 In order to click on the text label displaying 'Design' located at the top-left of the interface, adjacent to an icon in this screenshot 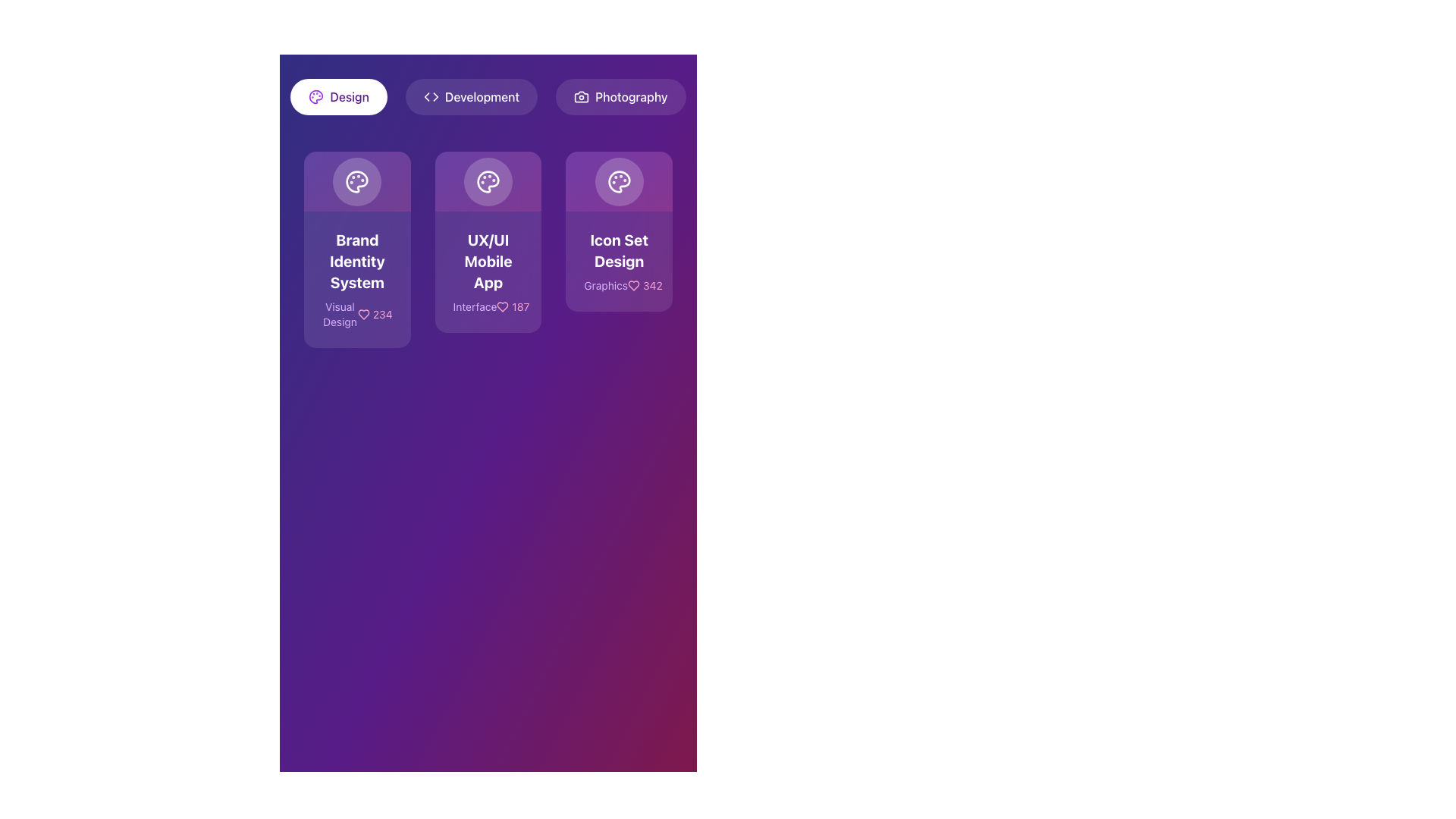, I will do `click(349, 96)`.